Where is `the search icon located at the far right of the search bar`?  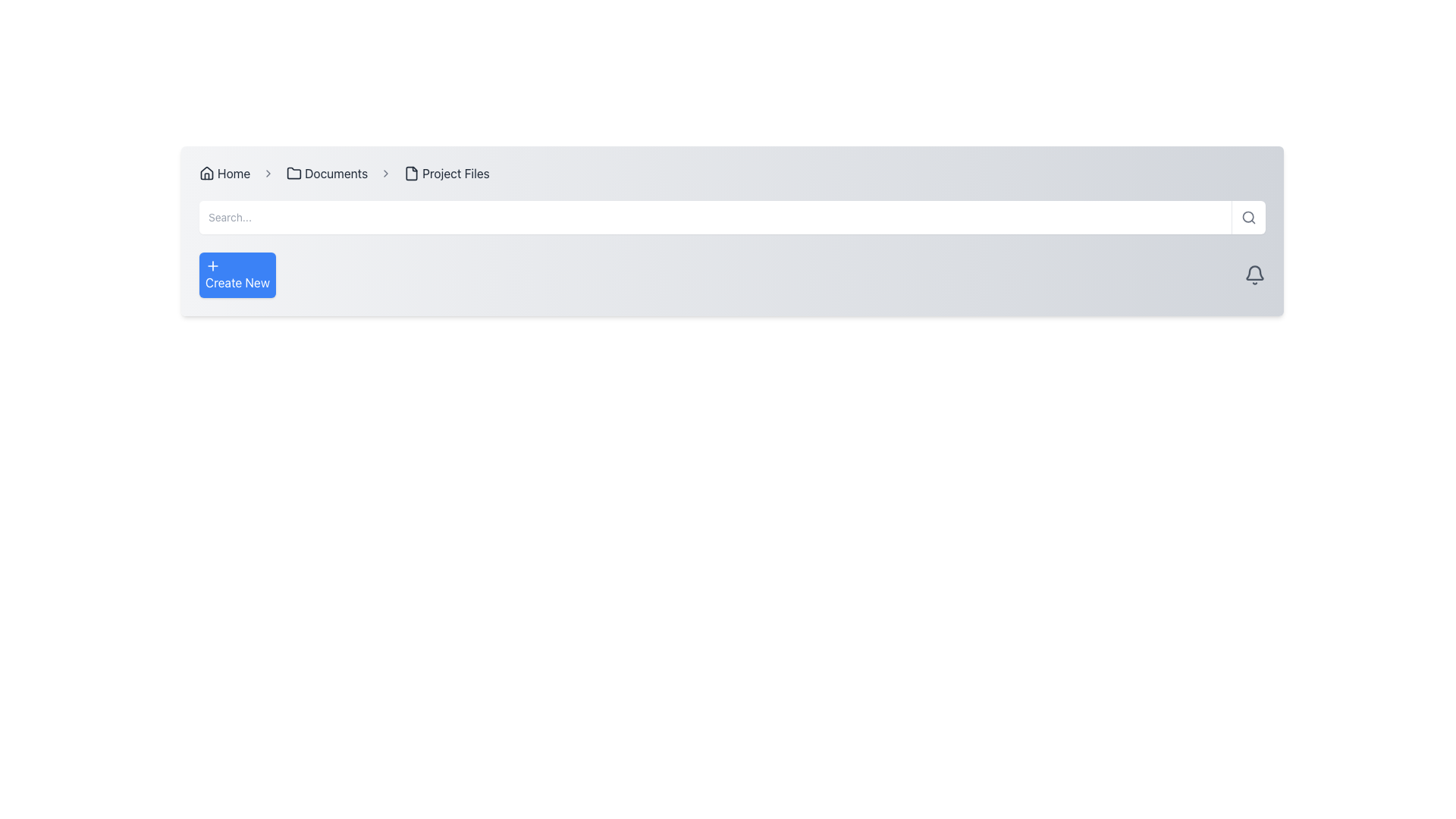 the search icon located at the far right of the search bar is located at coordinates (1248, 217).